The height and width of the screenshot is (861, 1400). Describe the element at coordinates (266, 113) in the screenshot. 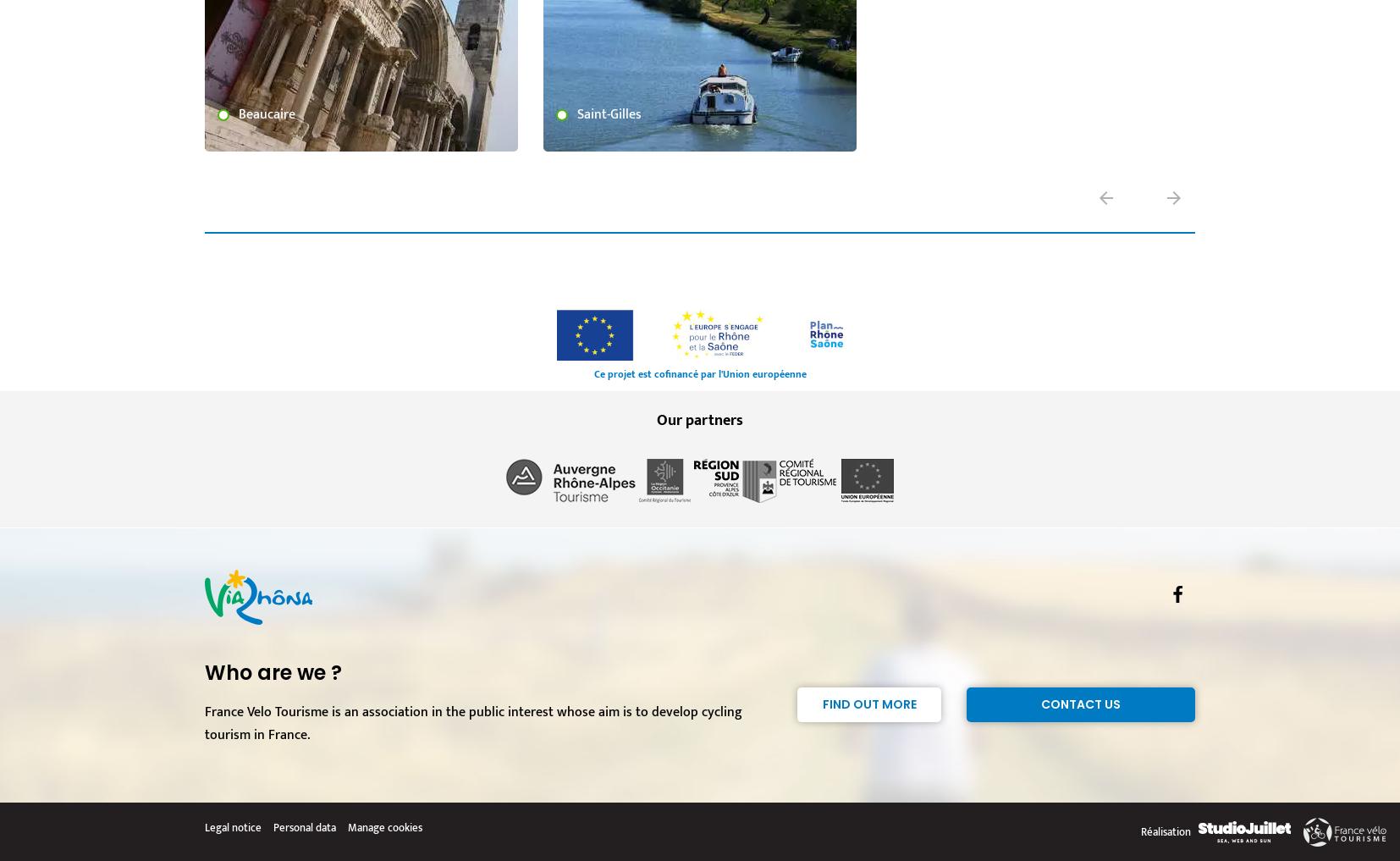

I see `'Beaucaire'` at that location.